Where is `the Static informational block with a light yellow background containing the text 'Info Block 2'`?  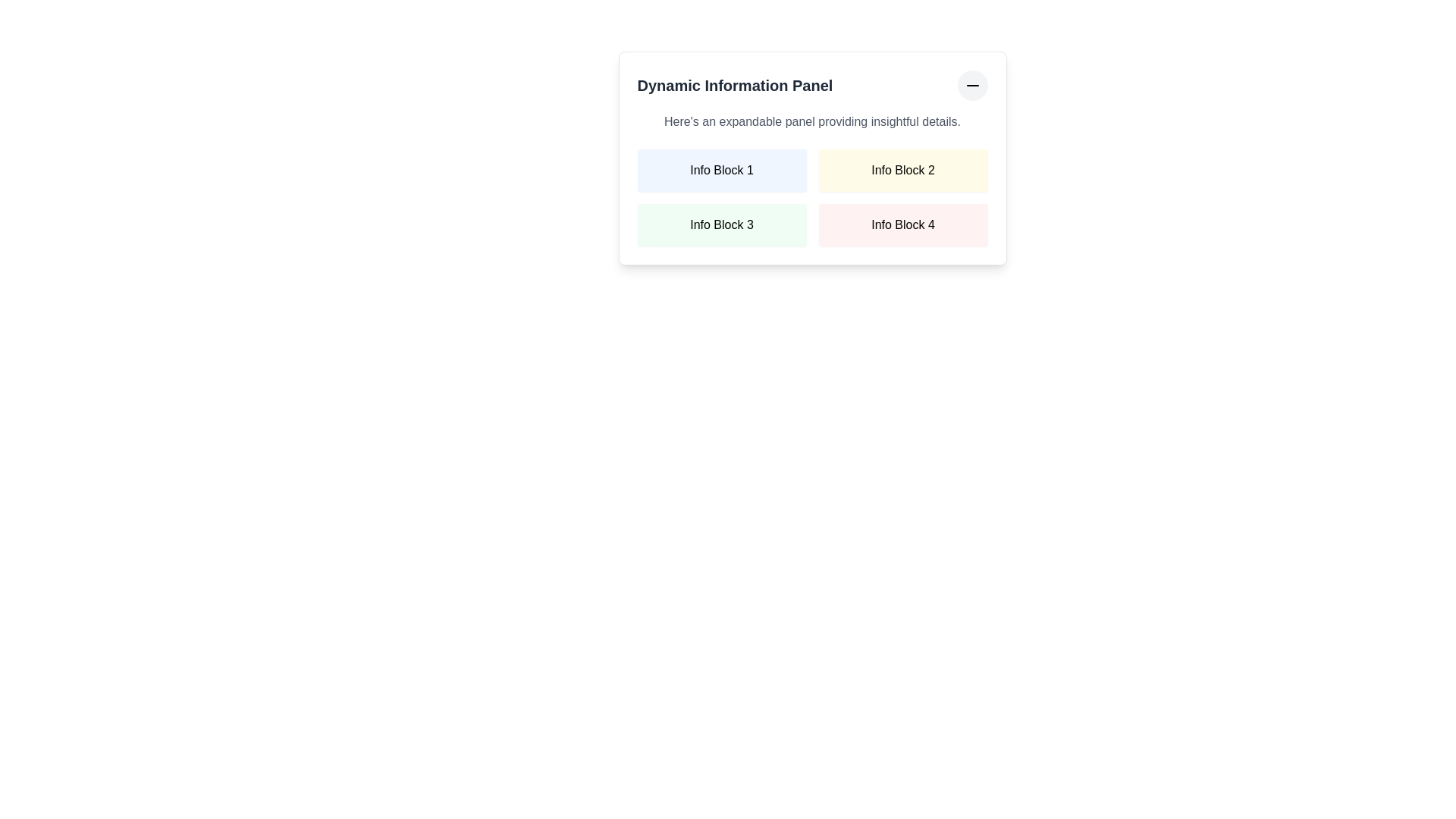
the Static informational block with a light yellow background containing the text 'Info Block 2' is located at coordinates (902, 170).